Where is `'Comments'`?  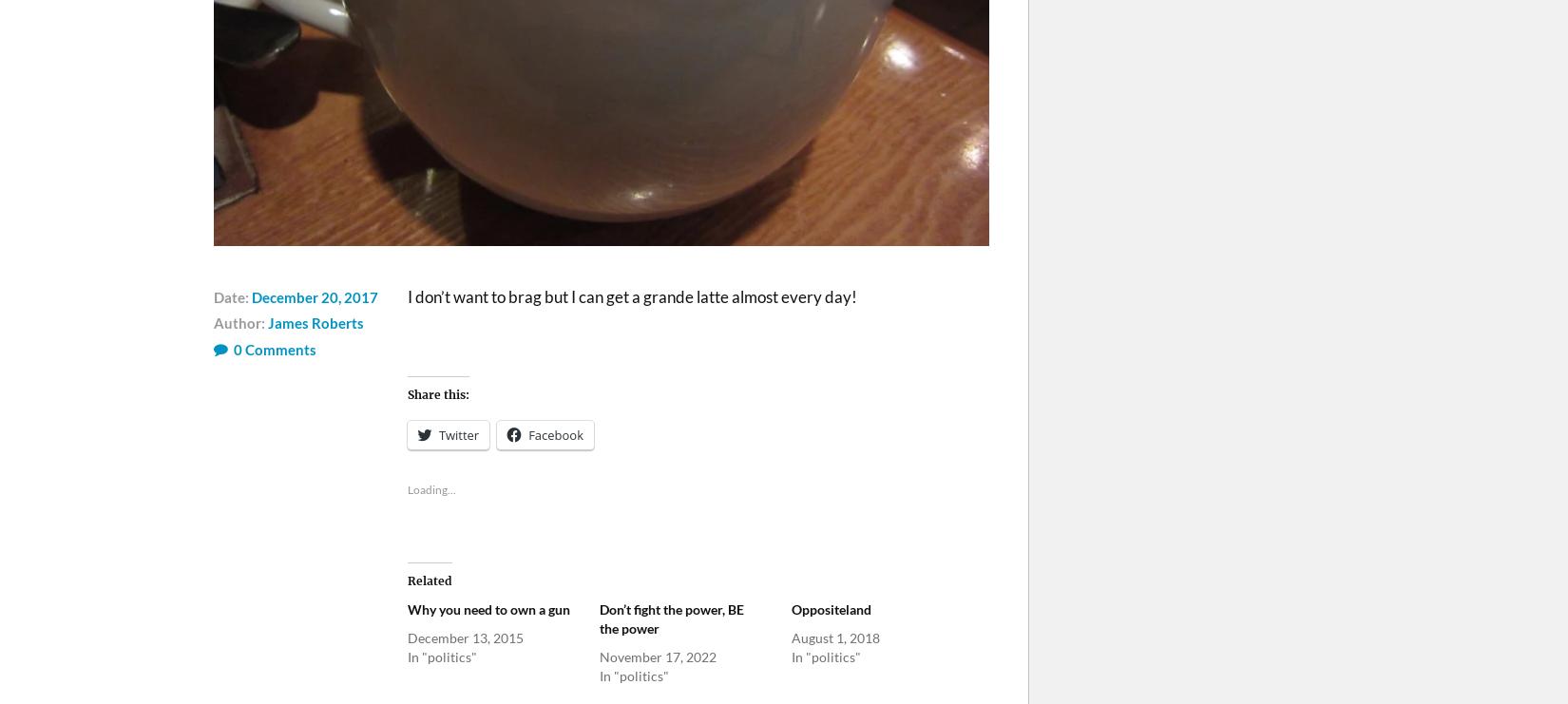 'Comments' is located at coordinates (279, 348).